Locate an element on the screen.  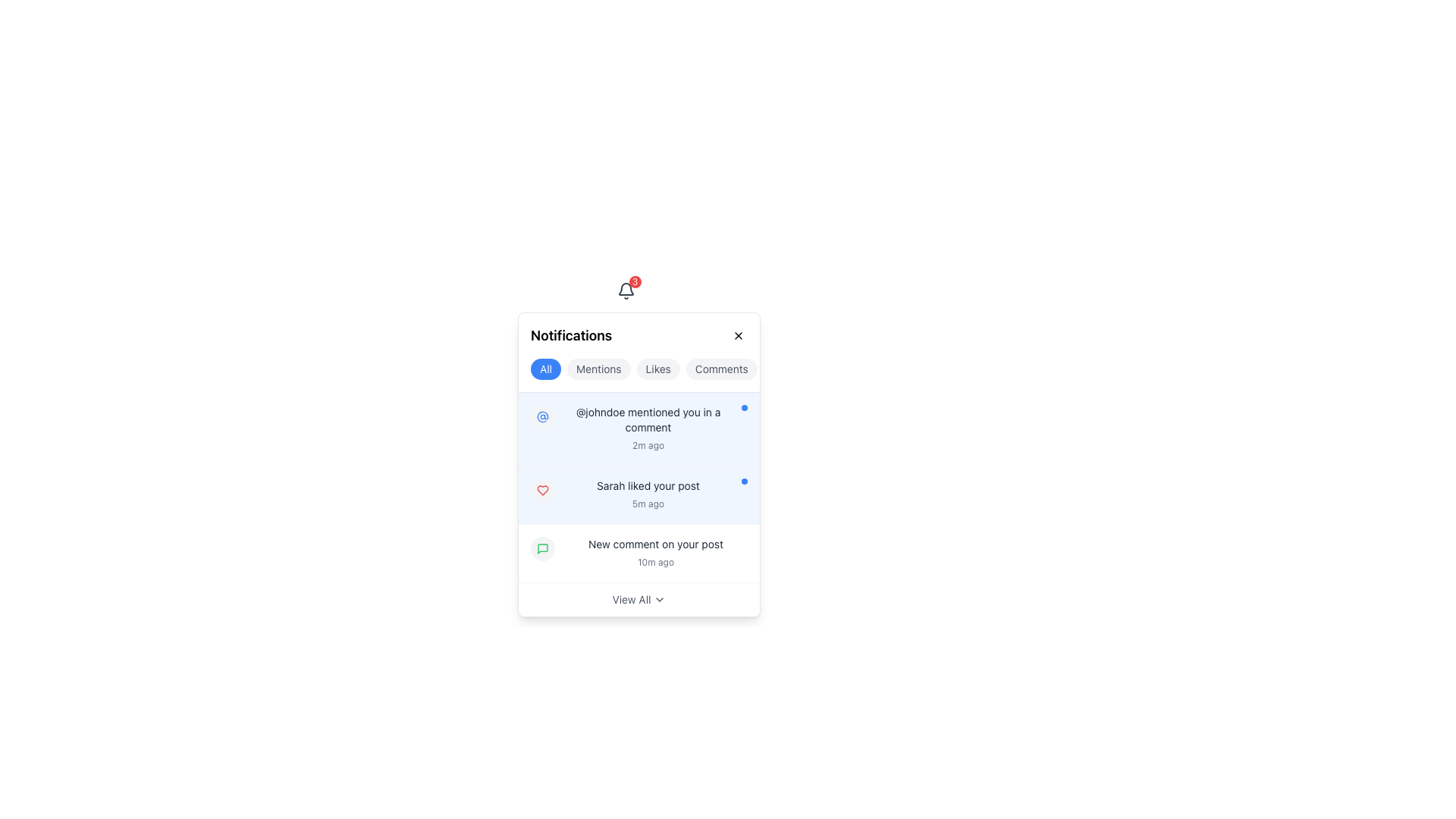
the filter button in the notification panel is located at coordinates (720, 369).